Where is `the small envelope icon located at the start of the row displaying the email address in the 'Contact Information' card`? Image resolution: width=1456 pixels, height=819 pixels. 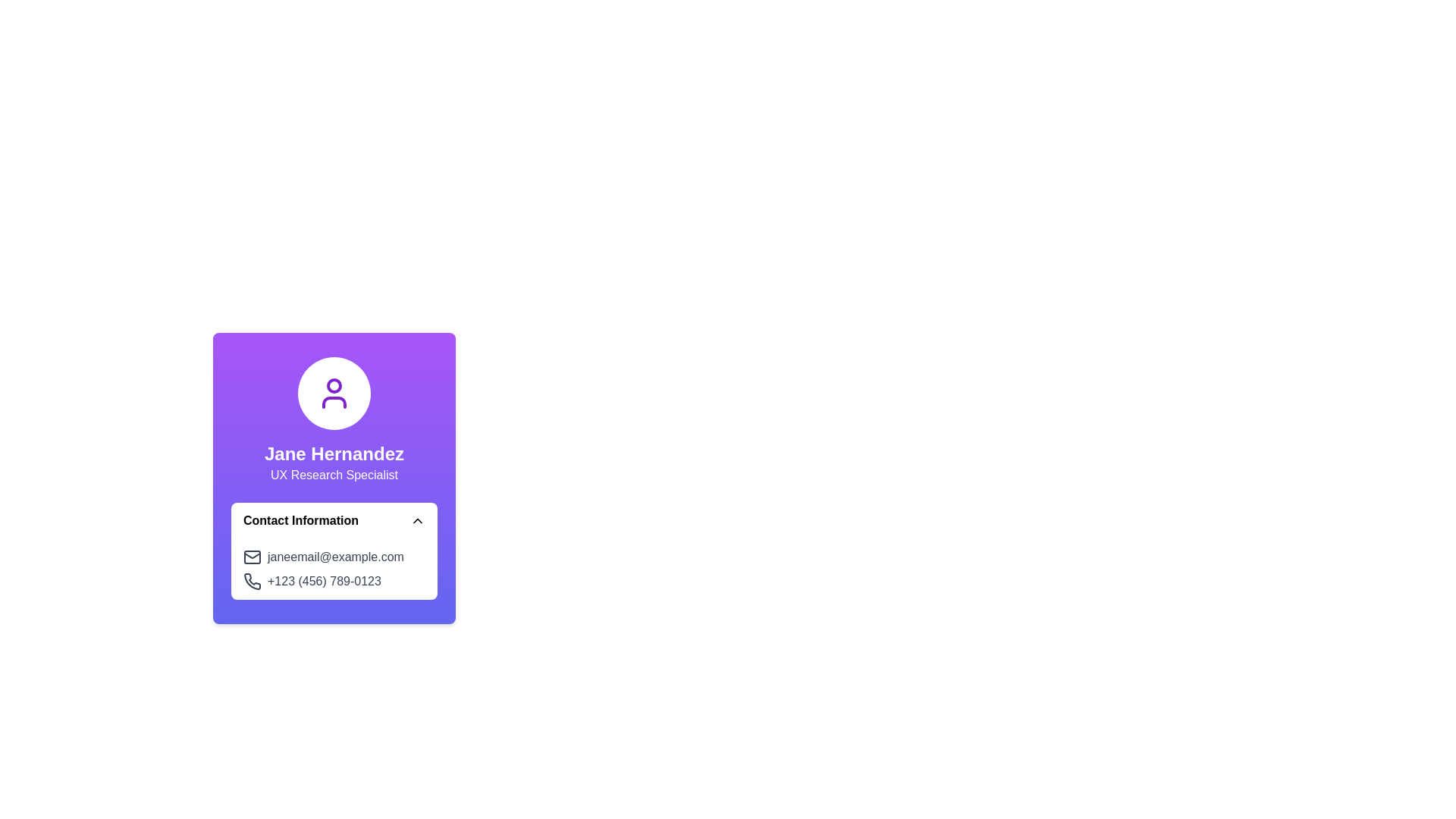 the small envelope icon located at the start of the row displaying the email address in the 'Contact Information' card is located at coordinates (252, 557).